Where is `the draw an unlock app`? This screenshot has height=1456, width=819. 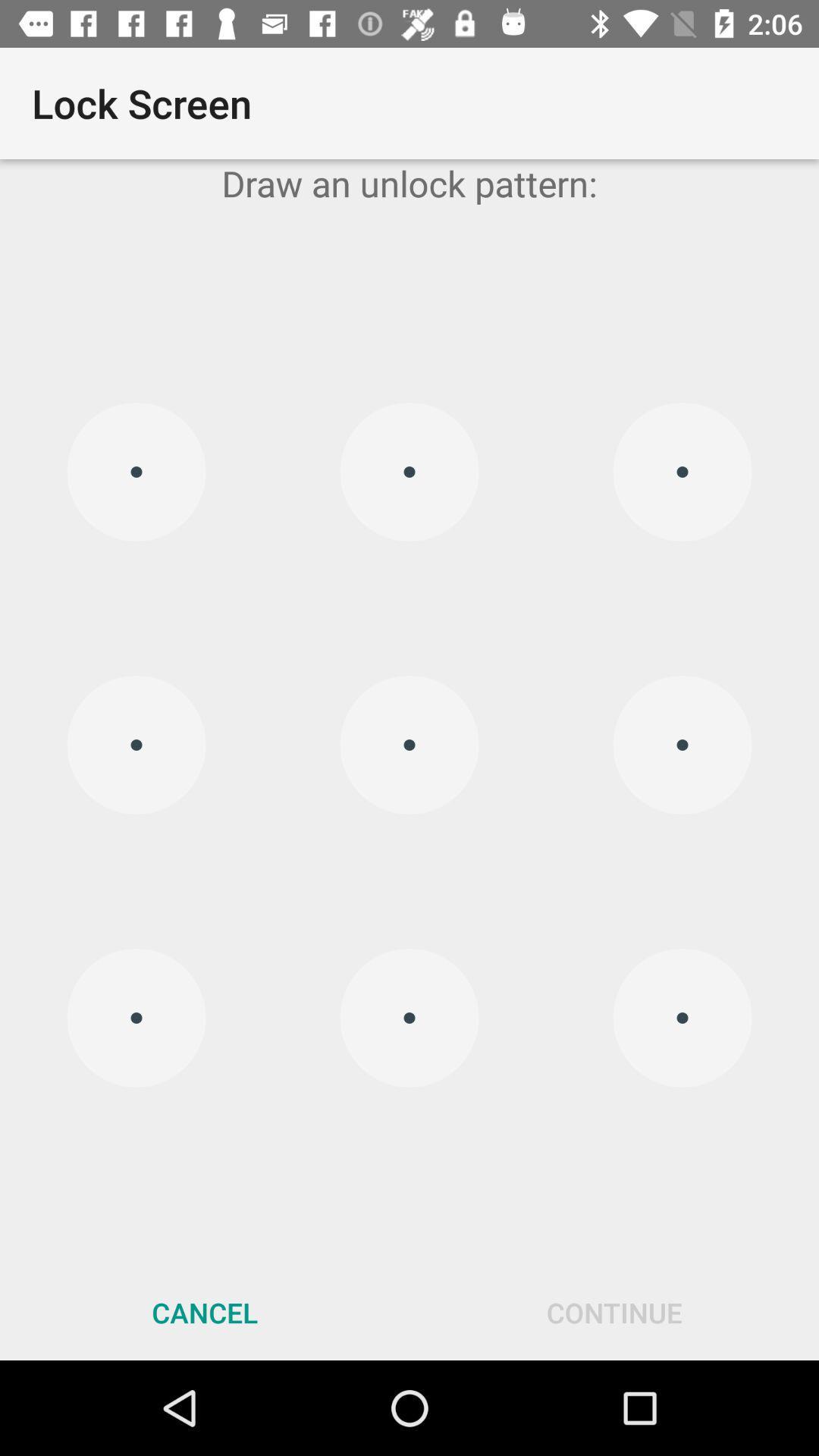
the draw an unlock app is located at coordinates (409, 182).